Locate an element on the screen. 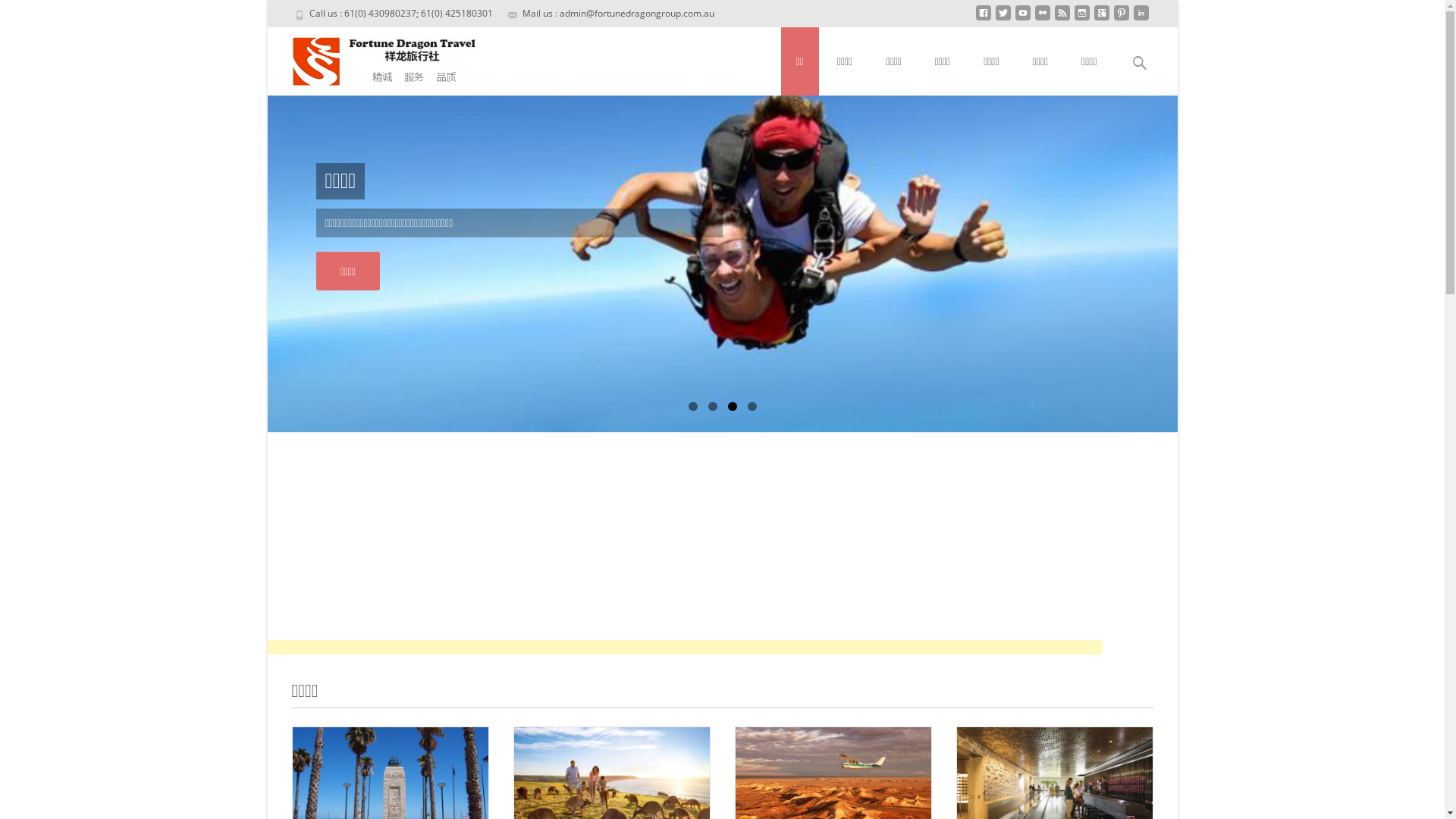 This screenshot has height=819, width=1456. 'flickr' is located at coordinates (1040, 18).